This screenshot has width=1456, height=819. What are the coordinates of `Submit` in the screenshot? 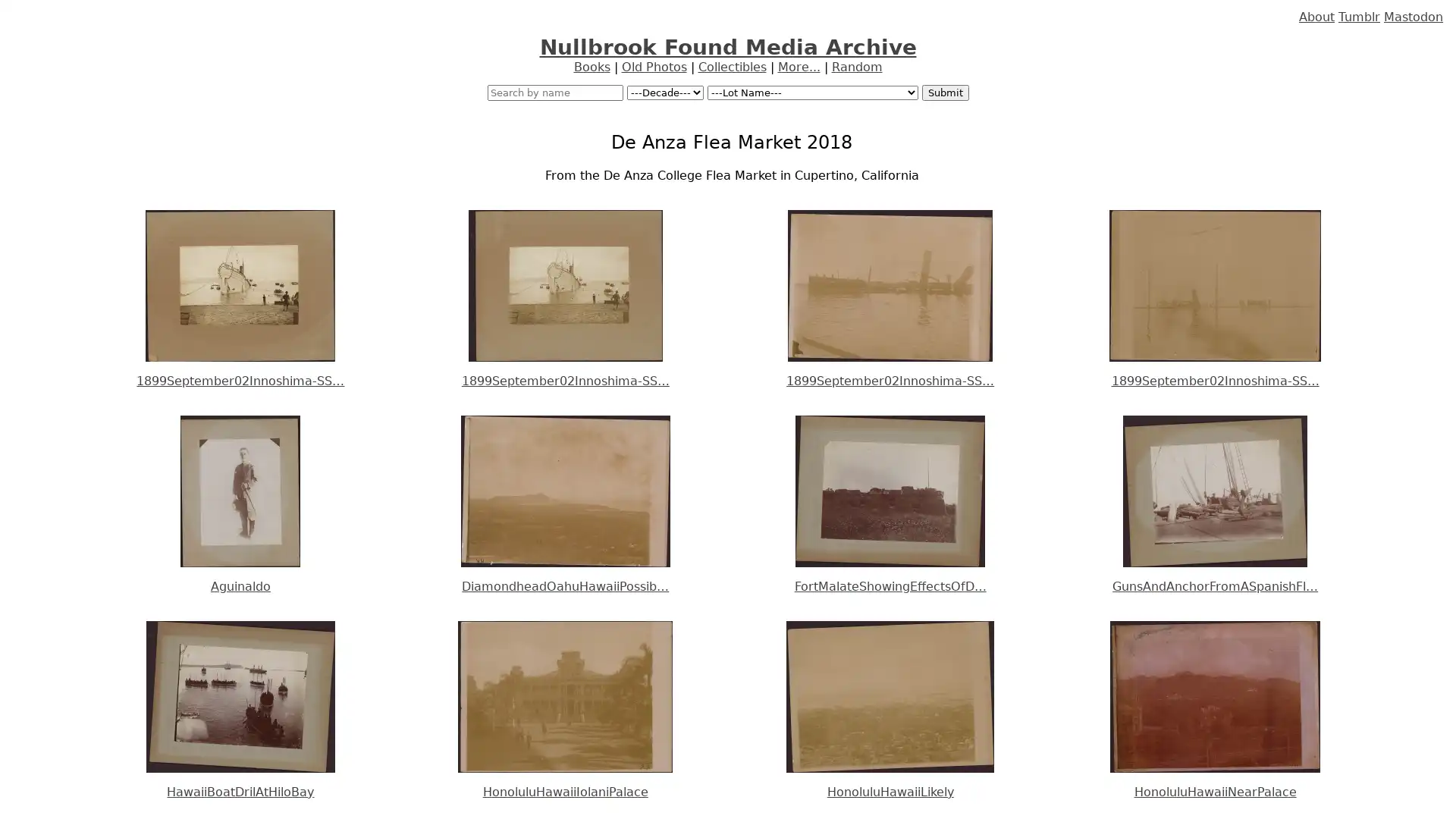 It's located at (944, 93).